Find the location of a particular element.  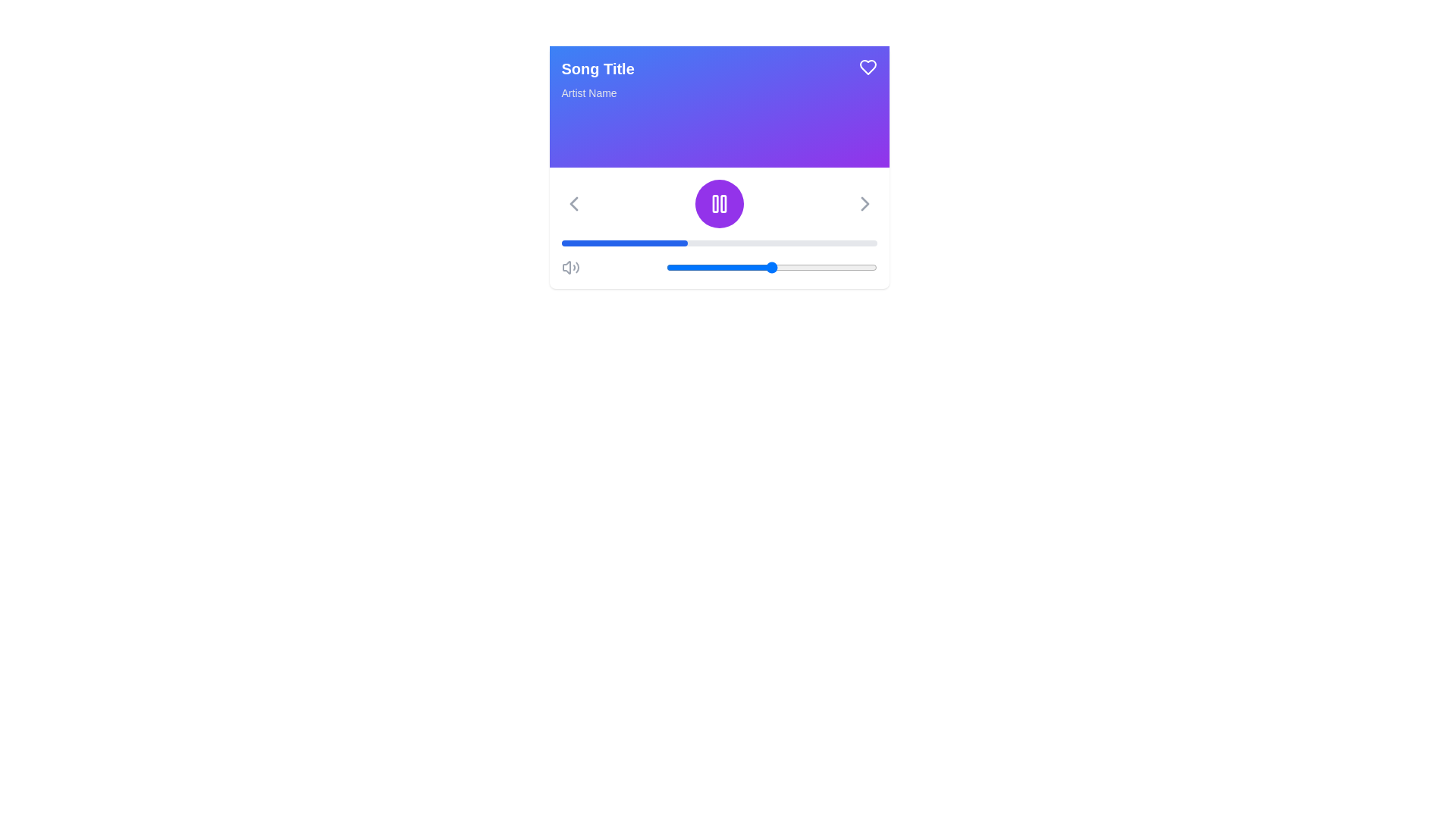

the left-pointing chevron icon in the player control interface is located at coordinates (573, 203).